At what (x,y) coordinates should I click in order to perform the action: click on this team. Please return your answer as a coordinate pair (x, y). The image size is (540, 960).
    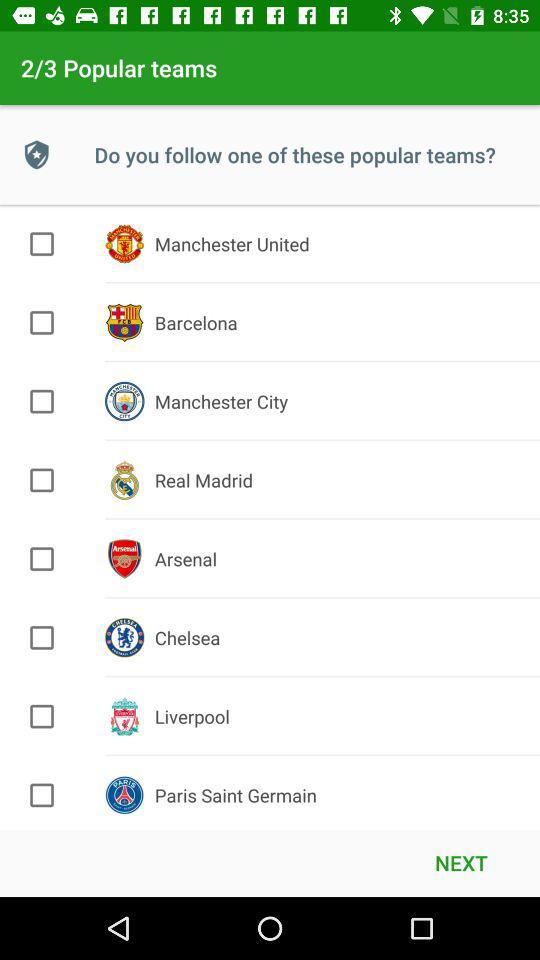
    Looking at the image, I should click on (42, 795).